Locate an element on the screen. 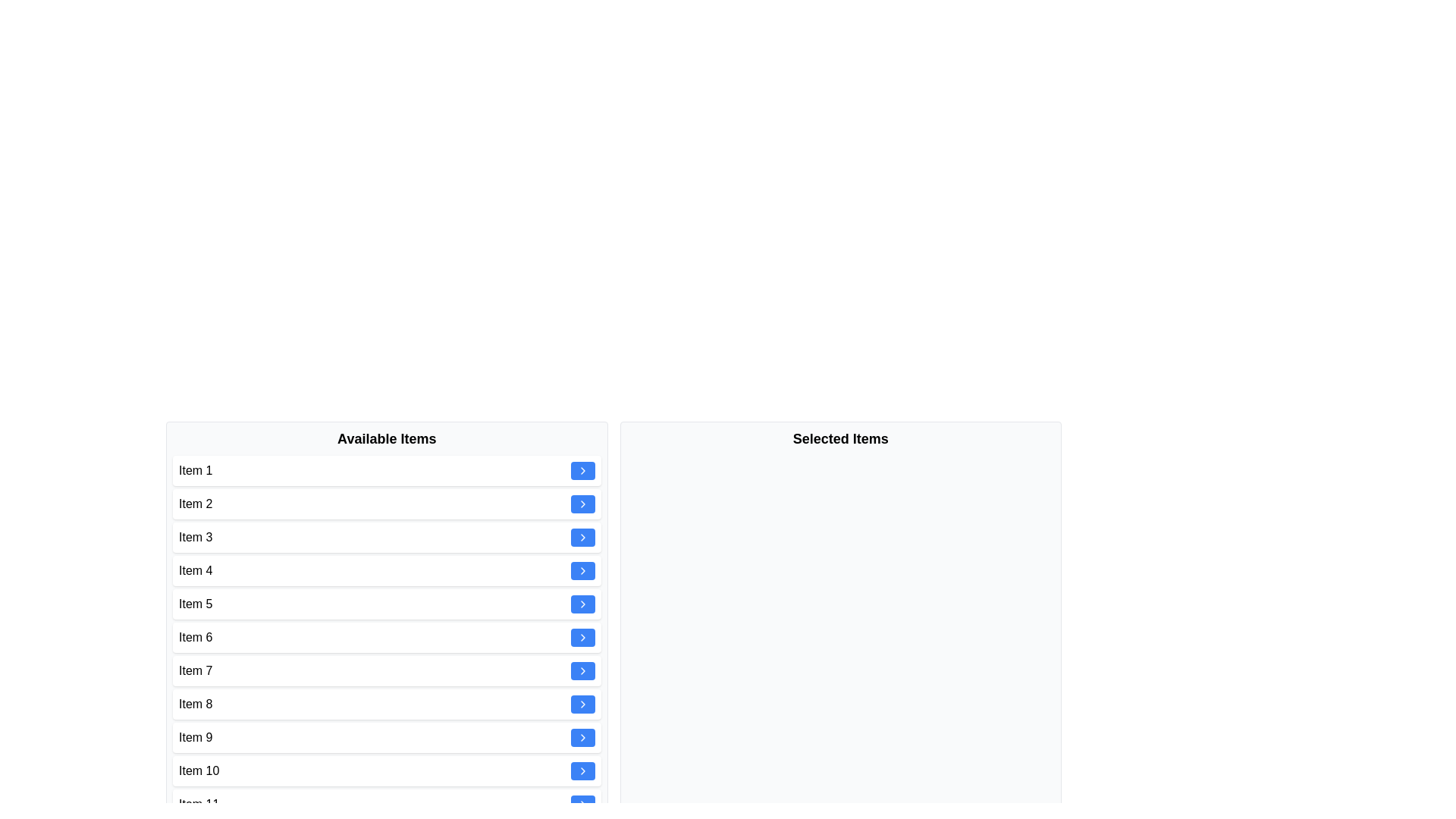  the compact rounded rectangular button with a blue background and white chevron located at the rightmost part of the 'Item 5' list entry under the 'Available Items' section is located at coordinates (582, 604).